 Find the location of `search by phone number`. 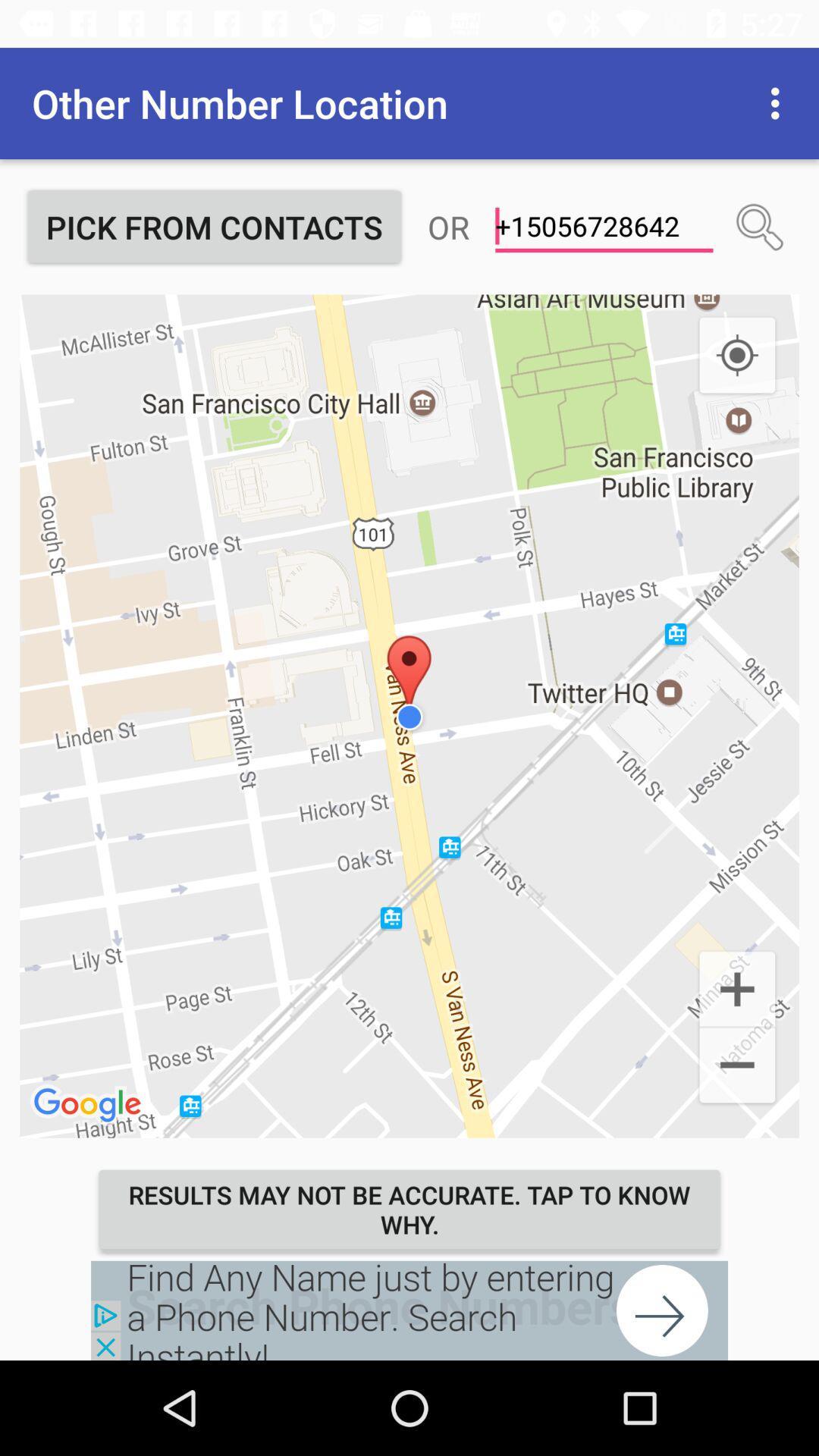

search by phone number is located at coordinates (760, 226).